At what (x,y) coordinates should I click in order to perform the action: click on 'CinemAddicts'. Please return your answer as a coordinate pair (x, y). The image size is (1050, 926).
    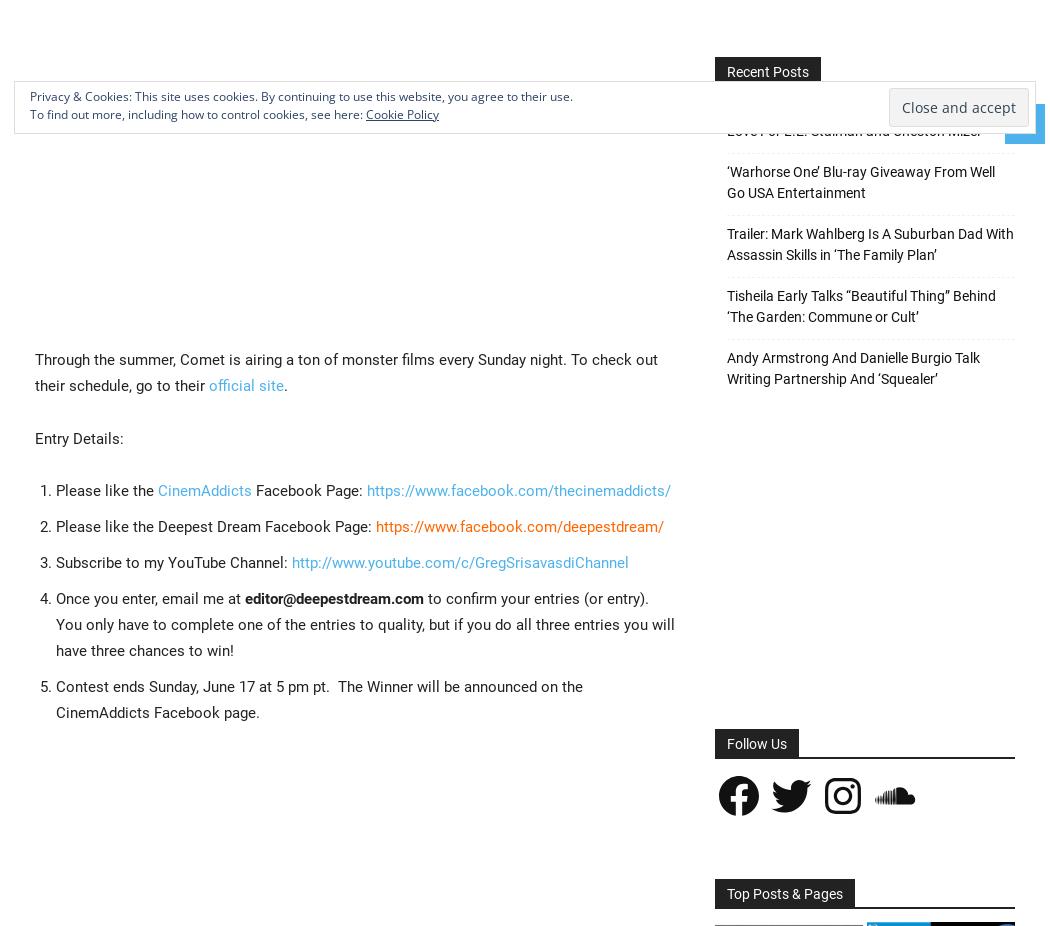
    Looking at the image, I should click on (158, 489).